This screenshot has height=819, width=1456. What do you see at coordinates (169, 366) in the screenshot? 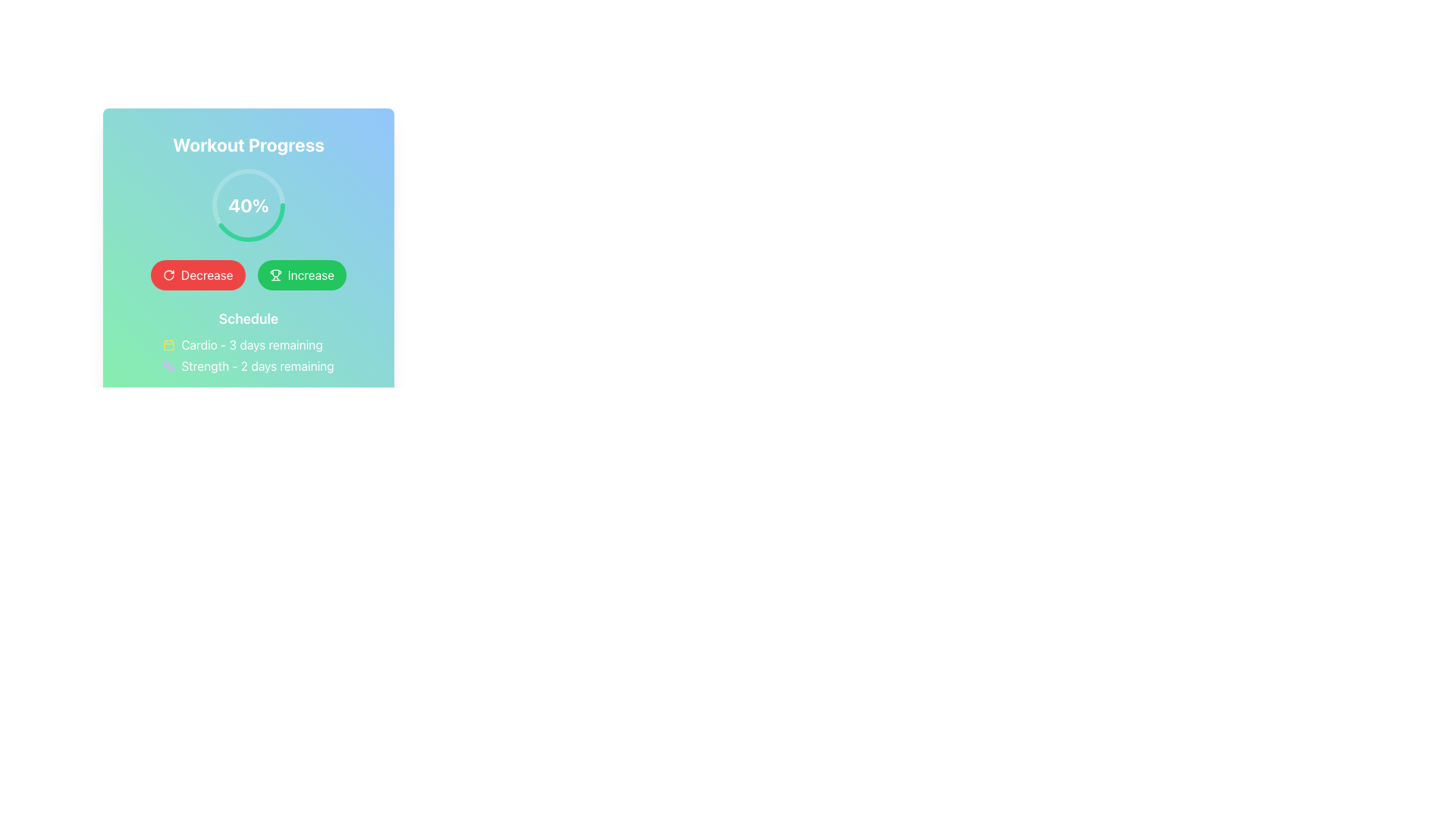
I see `the purple dumbbell icon located to the left of the text 'Strength - 2 days remaining' in the 'Schedule' section` at bounding box center [169, 366].